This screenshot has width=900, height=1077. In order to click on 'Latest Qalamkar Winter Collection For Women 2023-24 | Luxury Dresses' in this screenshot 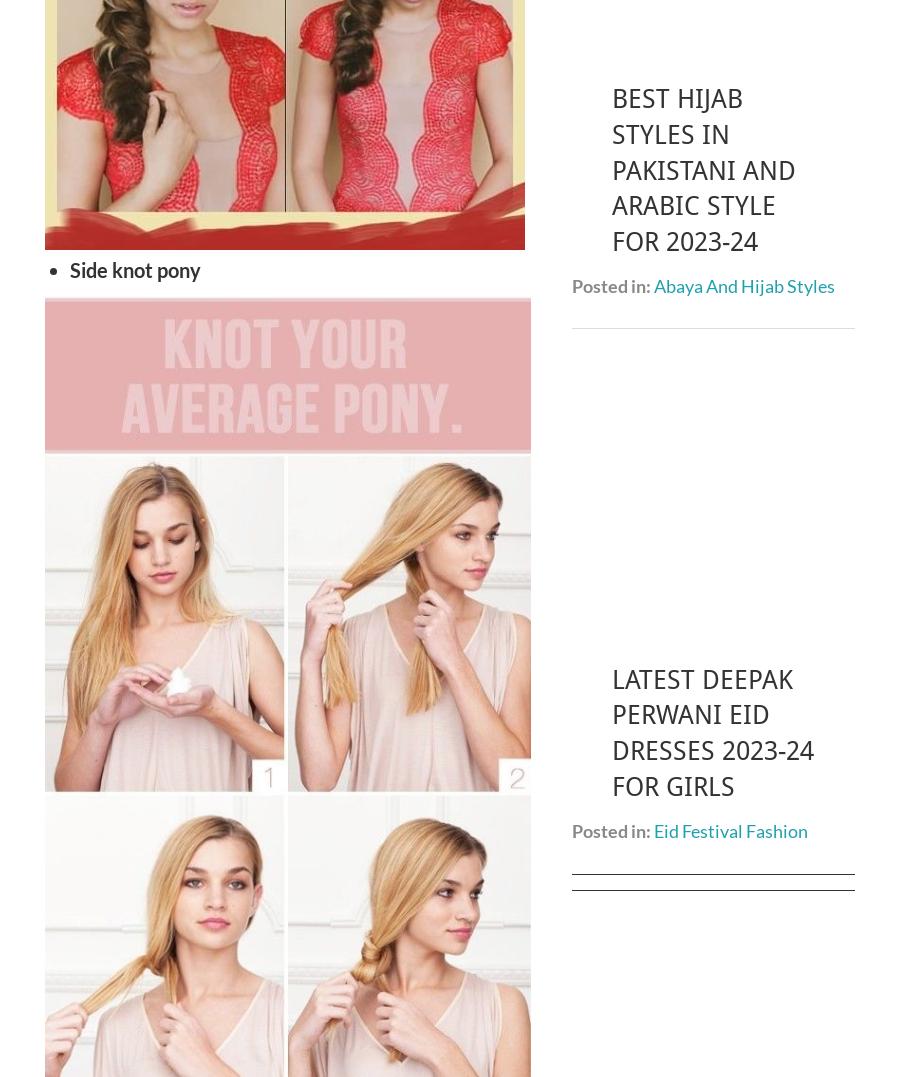, I will do `click(708, 895)`.